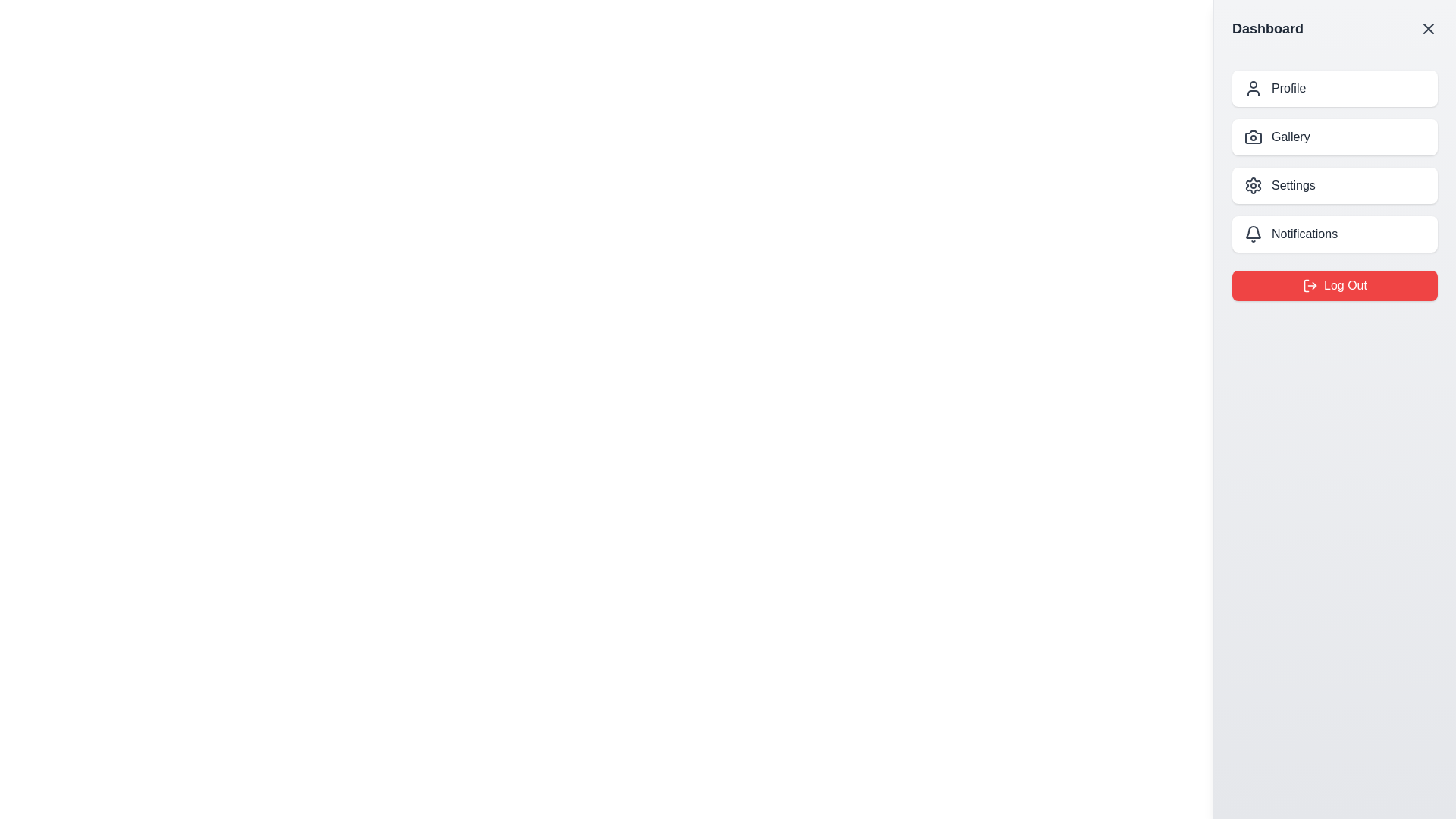 This screenshot has width=1456, height=819. What do you see at coordinates (1253, 137) in the screenshot?
I see `the camera-shaped icon located in the sidebar menu` at bounding box center [1253, 137].